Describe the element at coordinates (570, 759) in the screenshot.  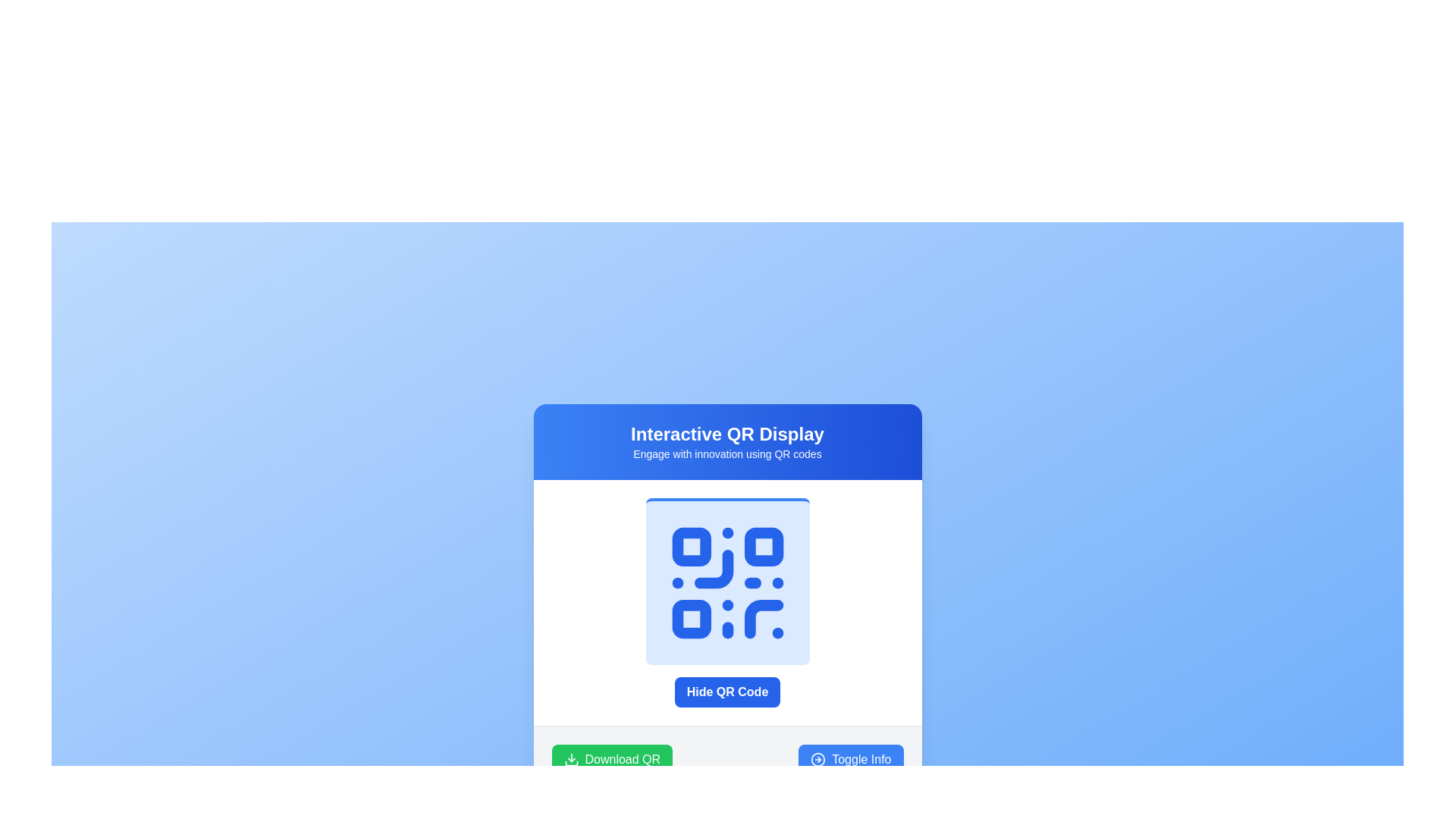
I see `the download icon represented by an arrow pointing downward into a flat line, which is located within the green button labeled 'Download QR' at the bottom section of the interface` at that location.